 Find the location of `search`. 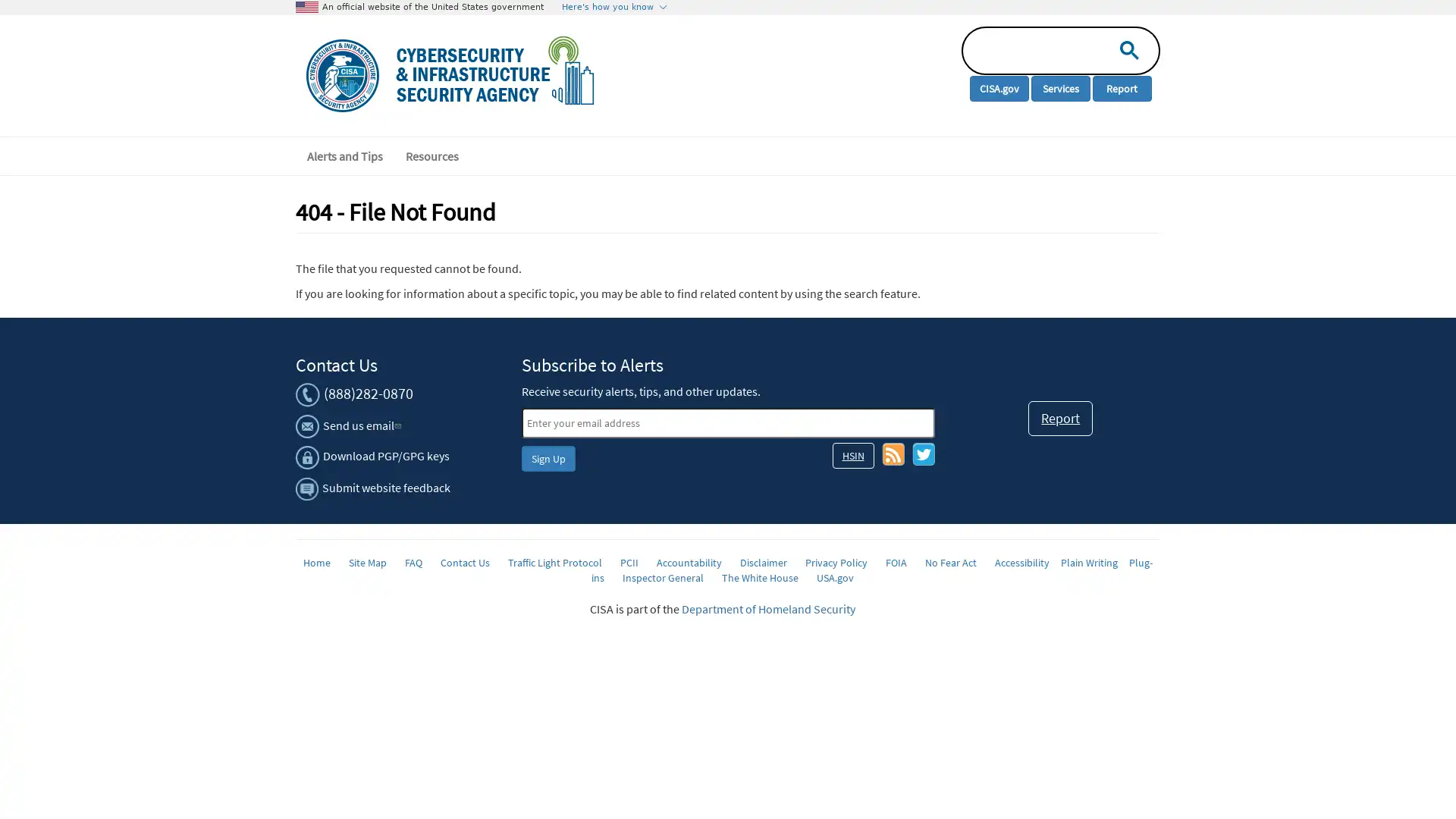

search is located at coordinates (1125, 49).